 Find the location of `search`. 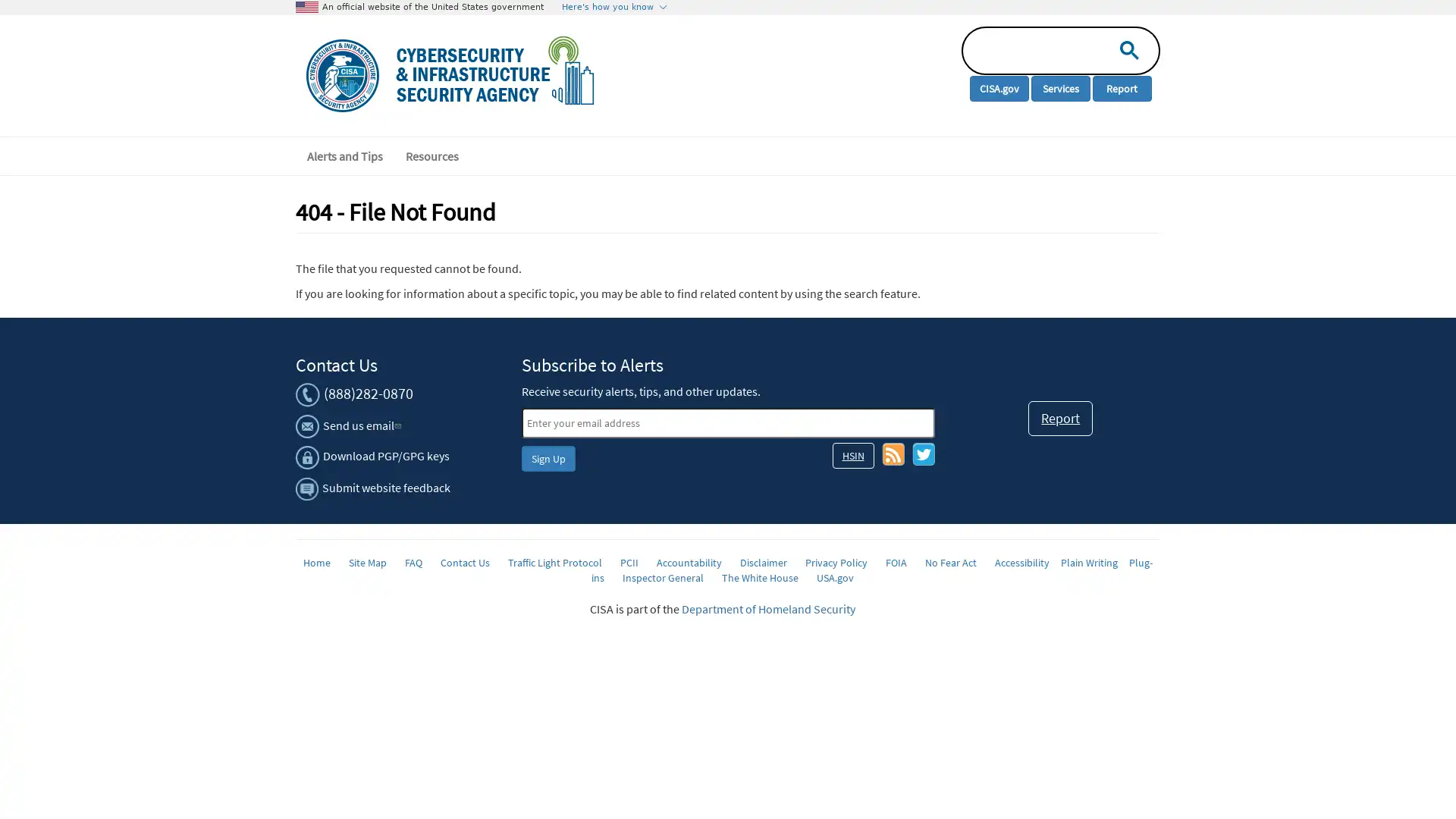

search is located at coordinates (1125, 49).